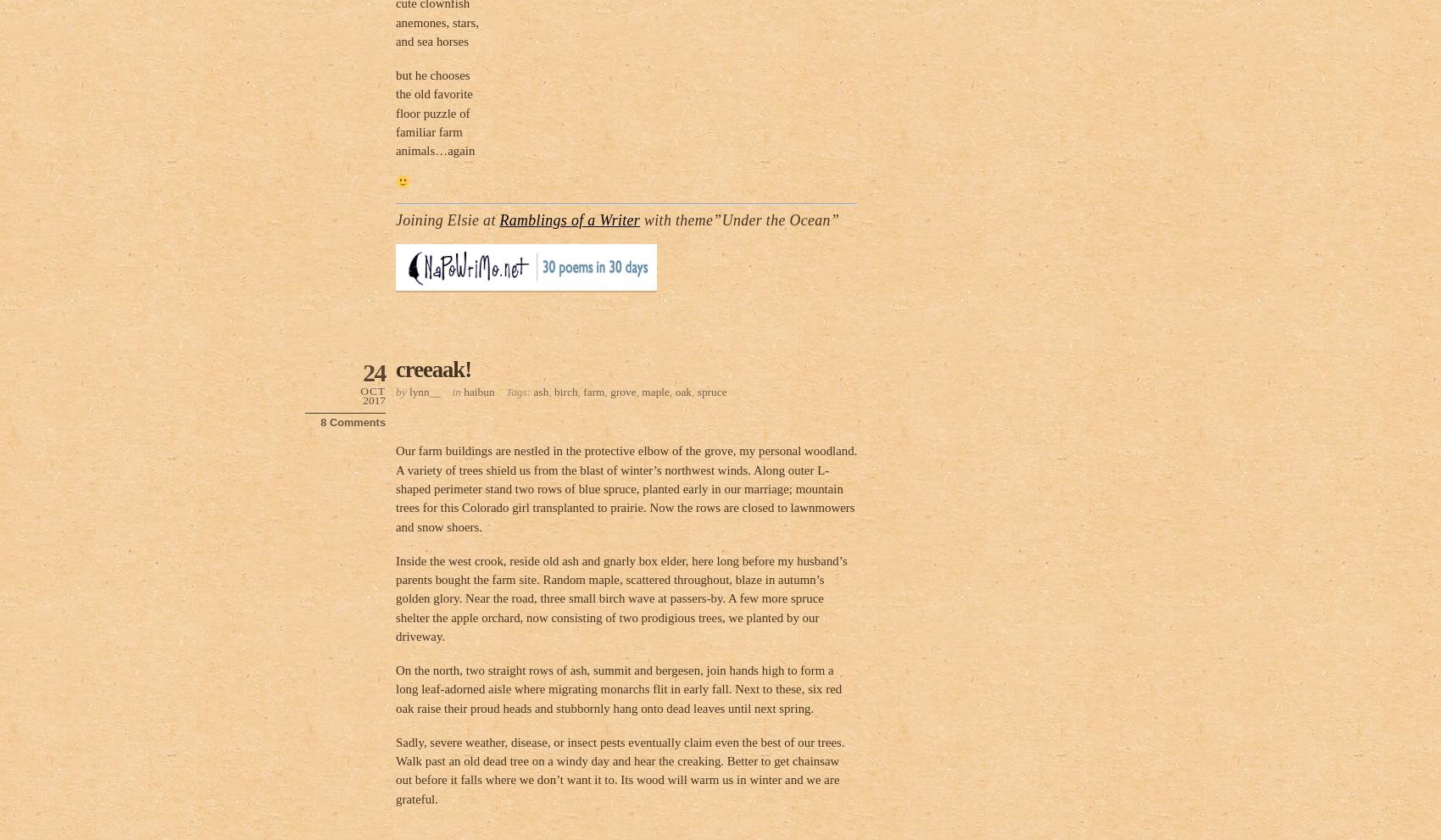 This screenshot has height=840, width=1441. What do you see at coordinates (395, 40) in the screenshot?
I see `'and sea horses'` at bounding box center [395, 40].